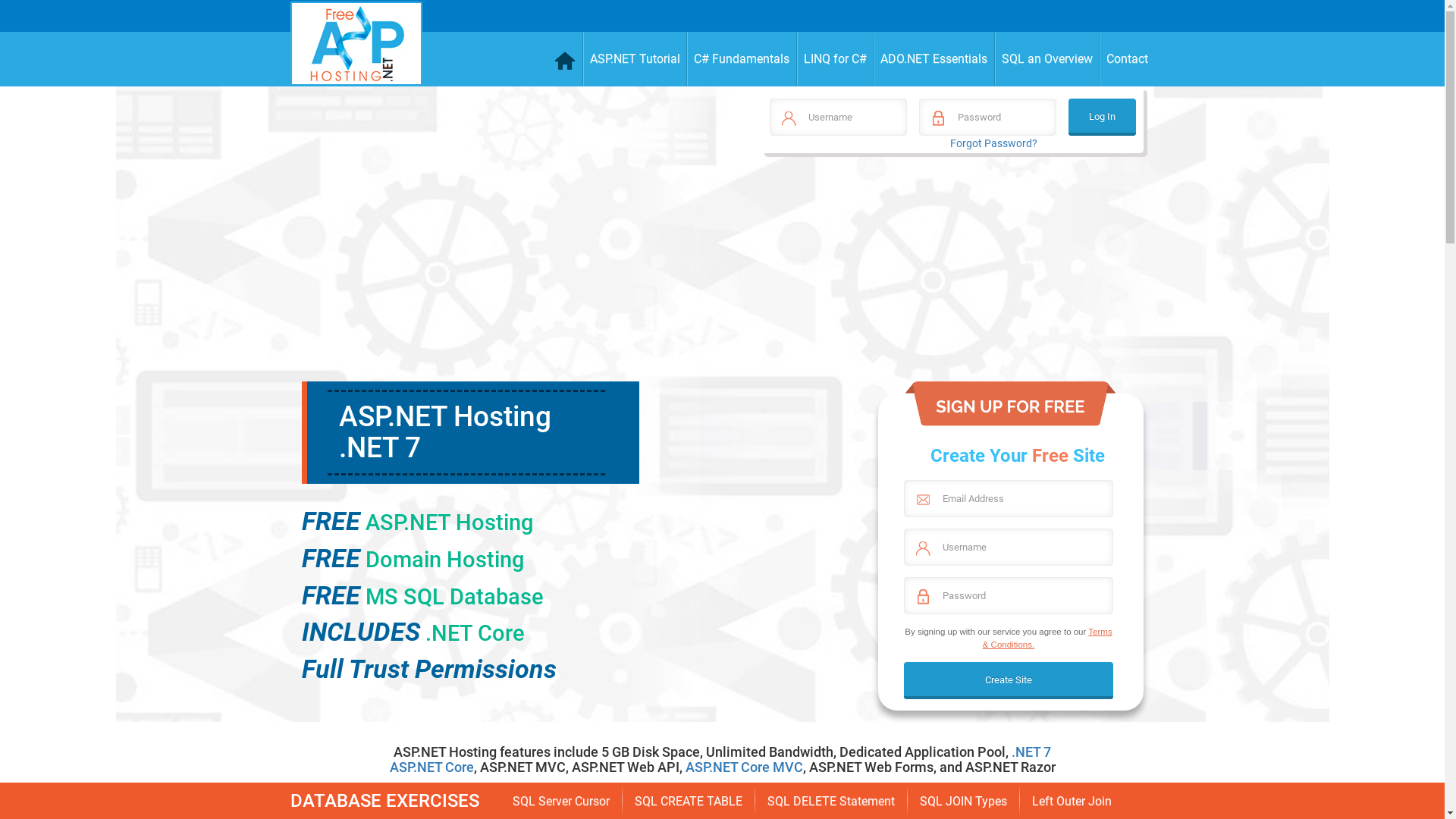 This screenshot has width=1456, height=819. What do you see at coordinates (389, 767) in the screenshot?
I see `'ASP.NET Core'` at bounding box center [389, 767].